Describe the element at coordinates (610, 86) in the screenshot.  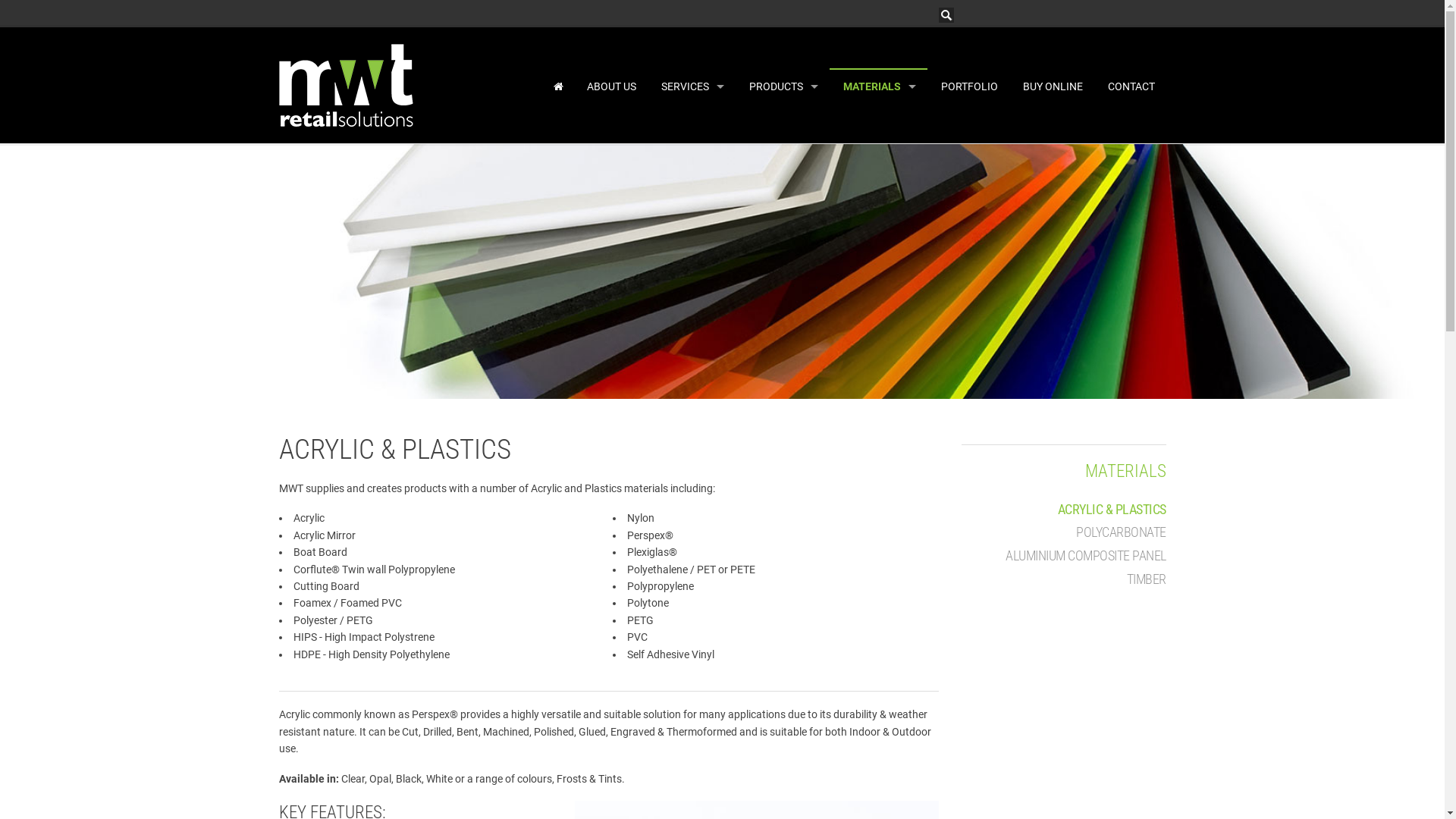
I see `'ABOUT US'` at that location.